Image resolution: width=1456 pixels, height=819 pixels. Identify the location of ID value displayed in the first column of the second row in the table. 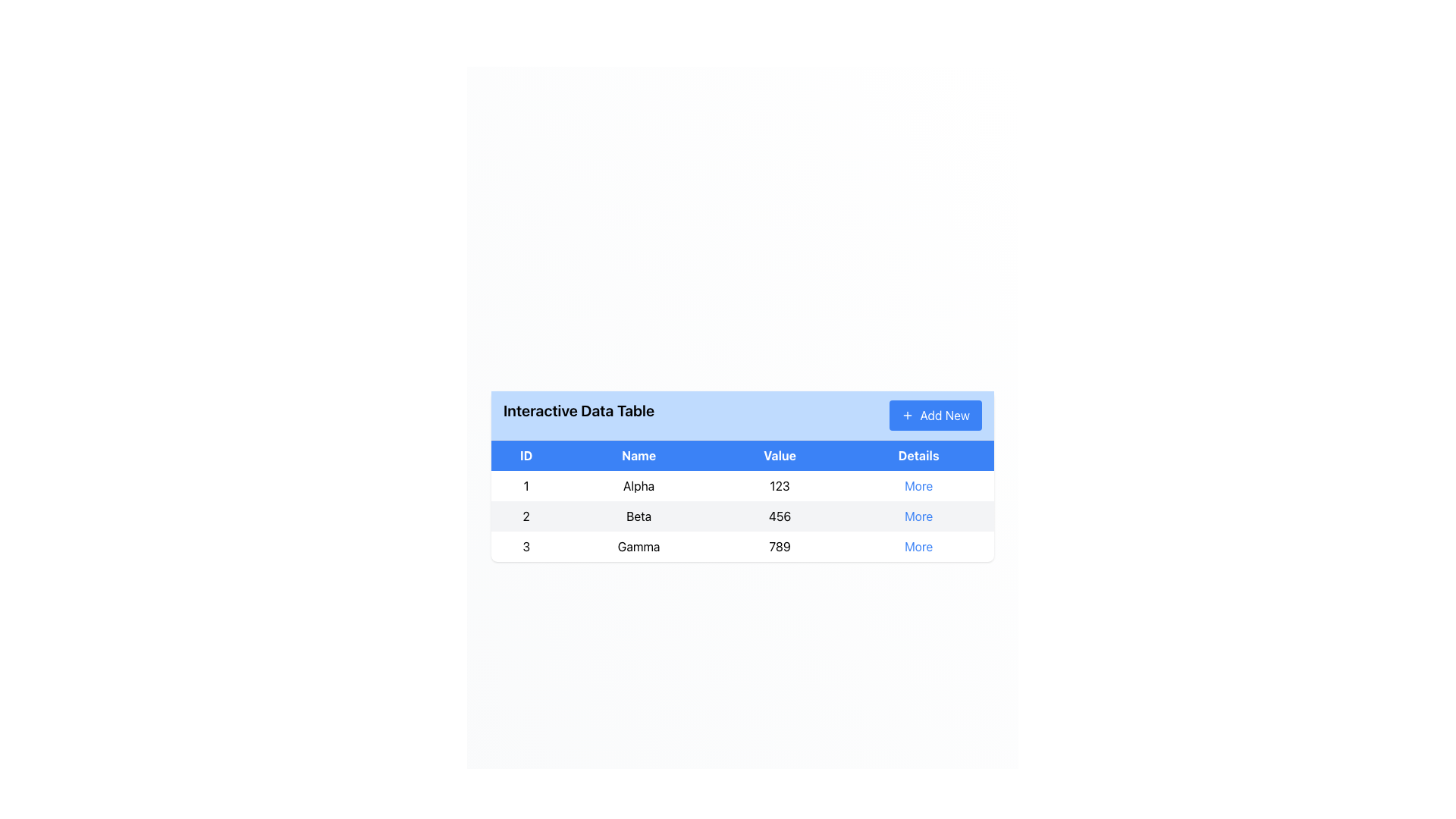
(526, 515).